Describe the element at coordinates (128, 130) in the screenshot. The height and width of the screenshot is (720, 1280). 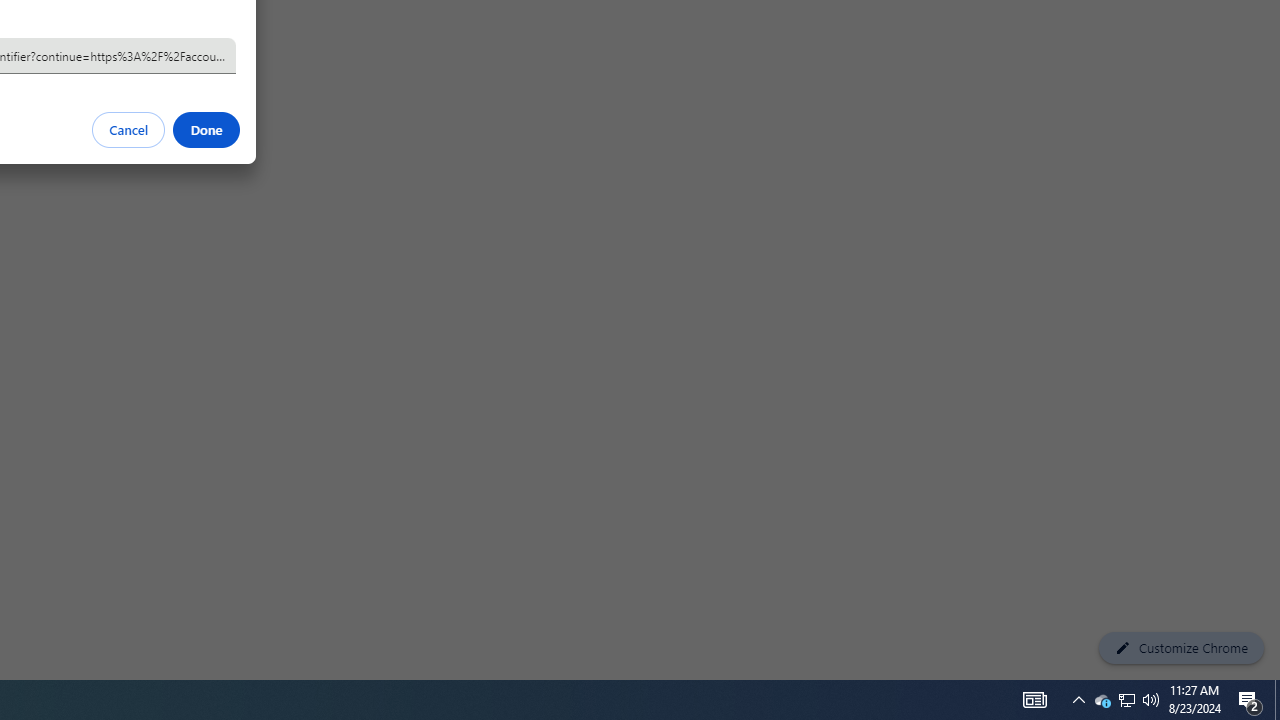
I see `'Cancel'` at that location.